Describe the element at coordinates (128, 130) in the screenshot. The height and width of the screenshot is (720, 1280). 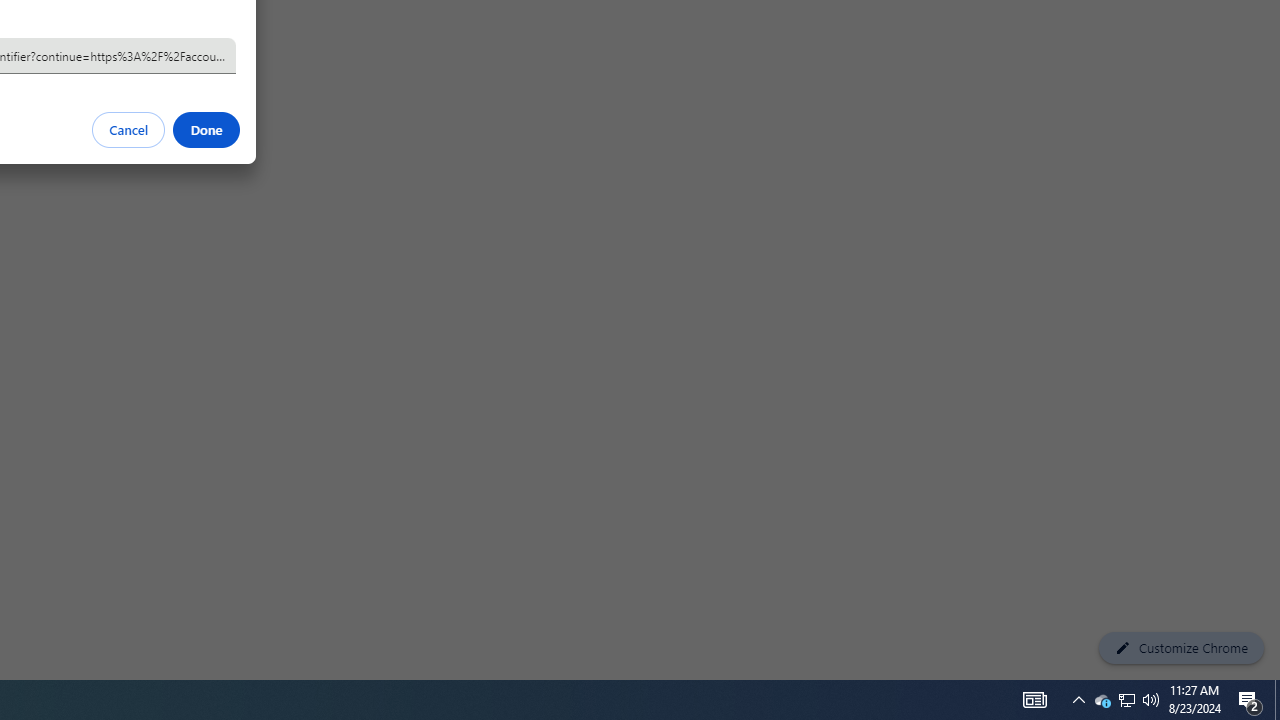
I see `'Cancel'` at that location.